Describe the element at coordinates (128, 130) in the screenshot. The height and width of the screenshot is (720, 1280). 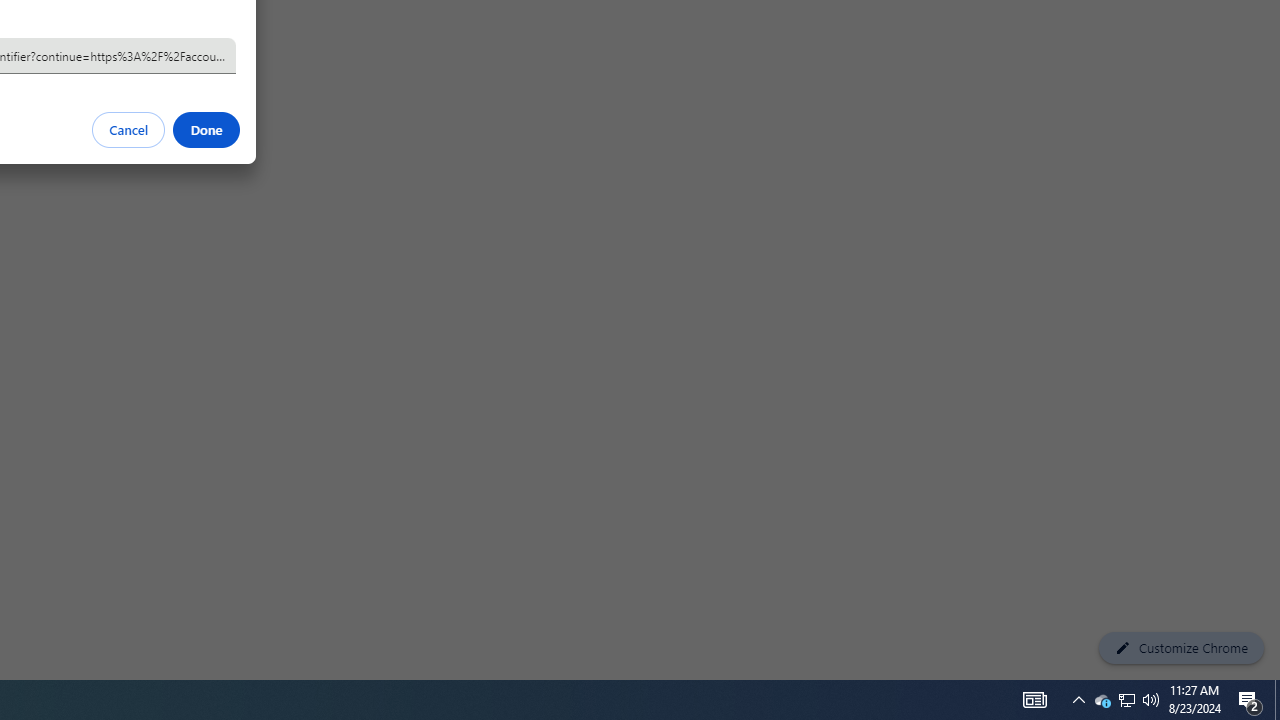
I see `'Cancel'` at that location.